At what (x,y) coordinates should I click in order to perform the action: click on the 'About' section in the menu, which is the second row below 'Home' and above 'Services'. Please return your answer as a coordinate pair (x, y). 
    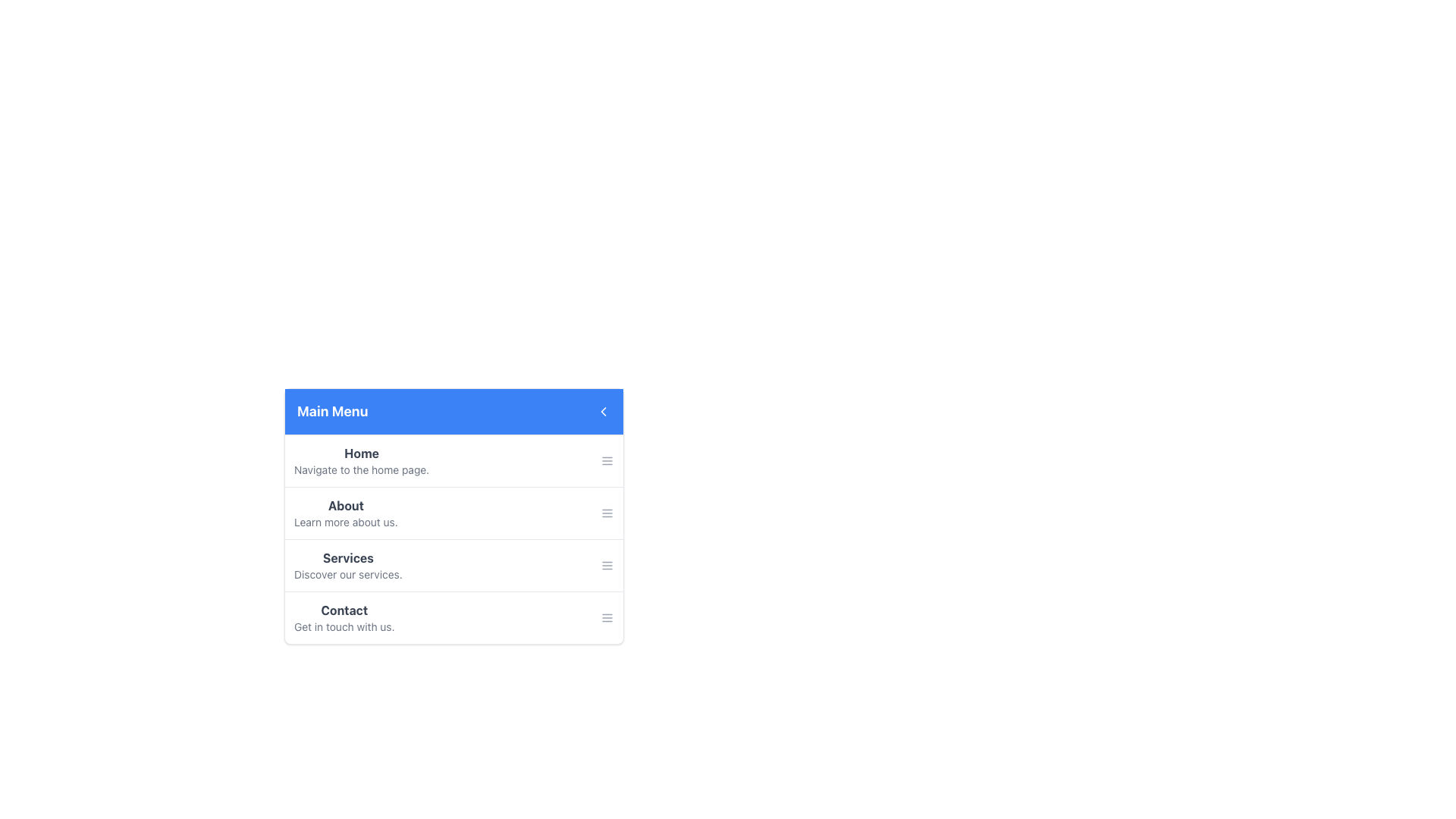
    Looking at the image, I should click on (453, 516).